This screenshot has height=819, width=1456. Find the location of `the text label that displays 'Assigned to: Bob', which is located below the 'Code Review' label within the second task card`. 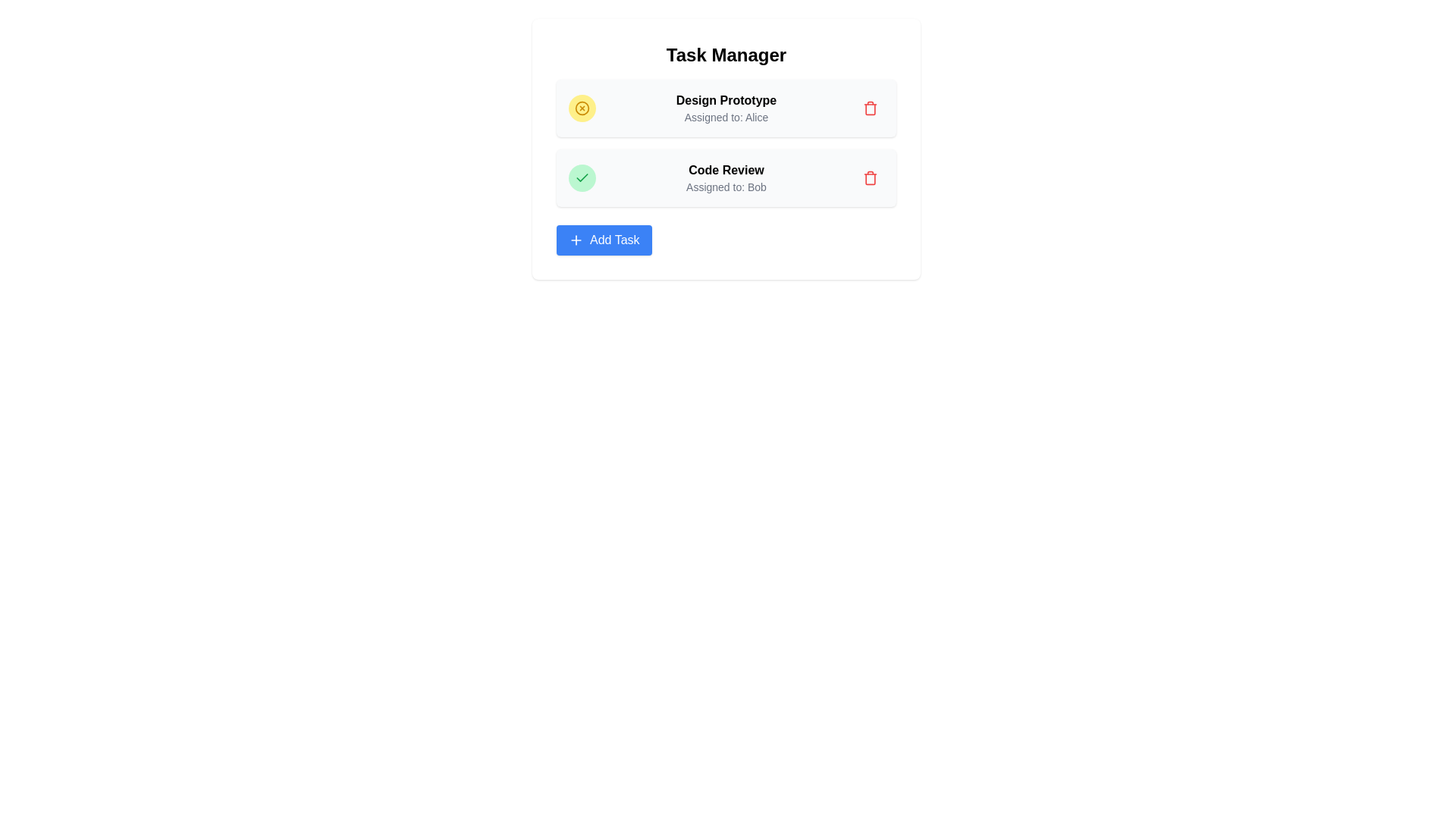

the text label that displays 'Assigned to: Bob', which is located below the 'Code Review' label within the second task card is located at coordinates (726, 186).